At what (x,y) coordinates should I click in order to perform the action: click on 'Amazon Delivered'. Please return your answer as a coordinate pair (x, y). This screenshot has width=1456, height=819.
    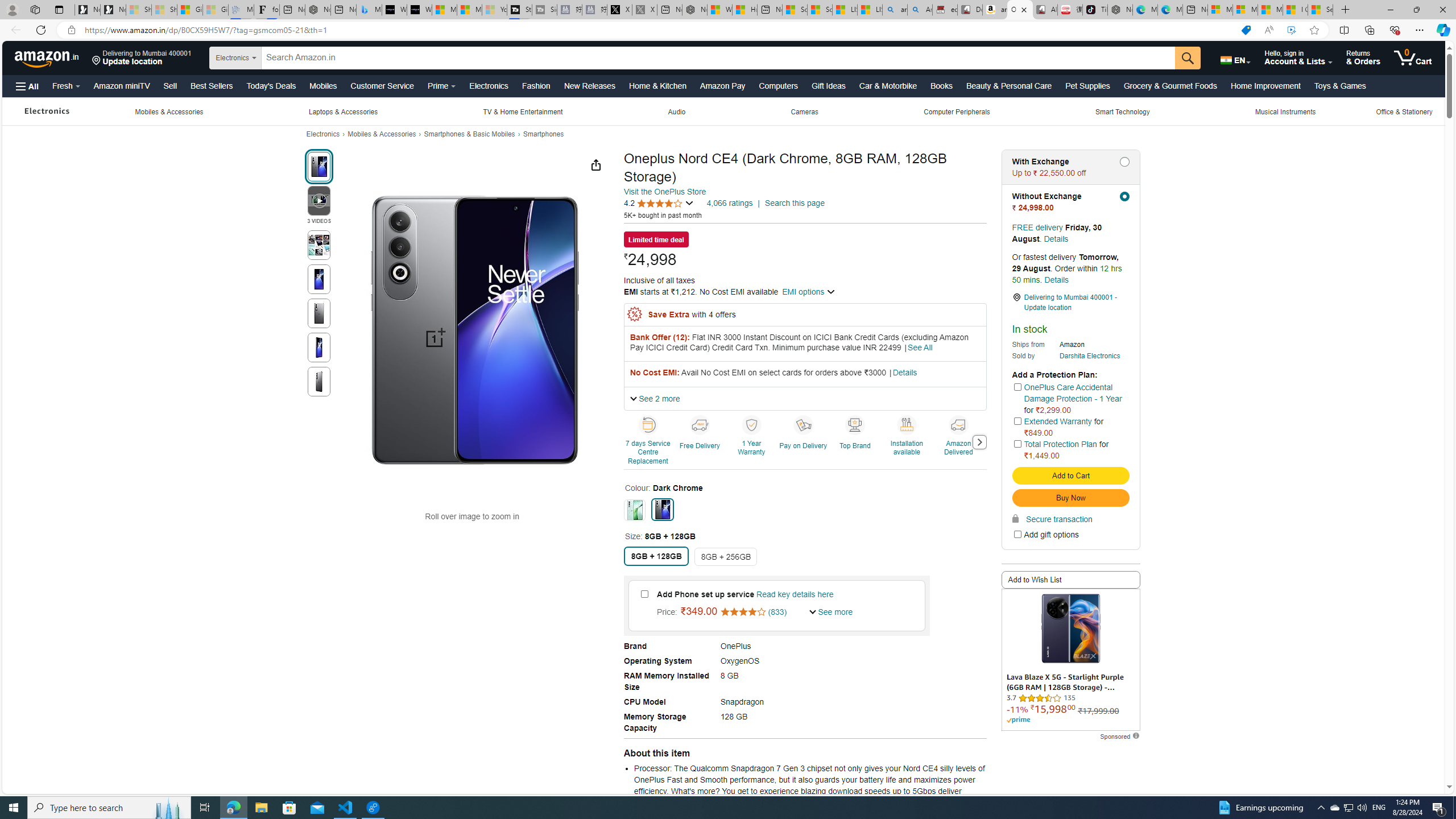
    Looking at the image, I should click on (959, 441).